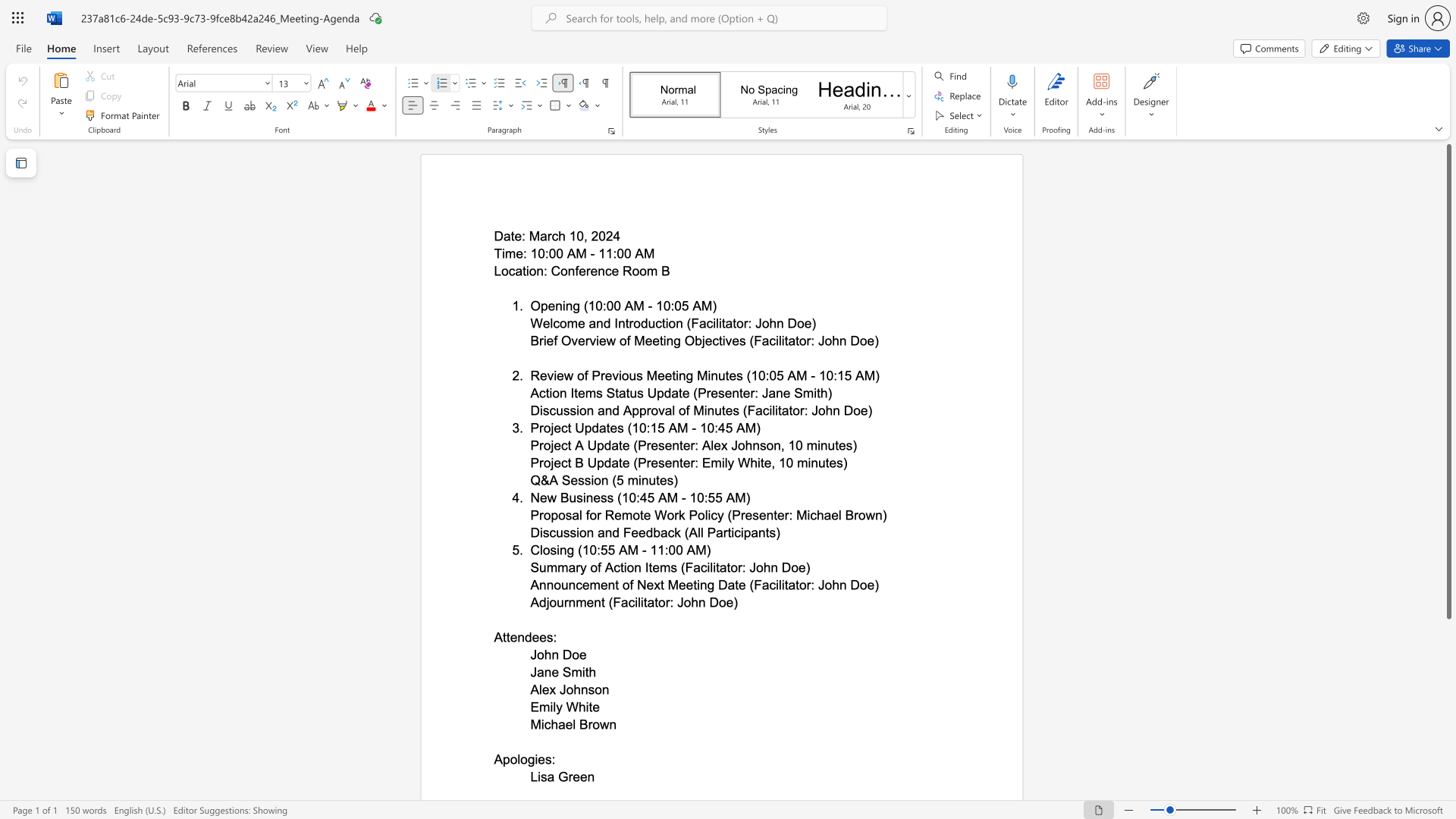 Image resolution: width=1456 pixels, height=819 pixels. I want to click on the 1th character "P" in the text, so click(535, 444).